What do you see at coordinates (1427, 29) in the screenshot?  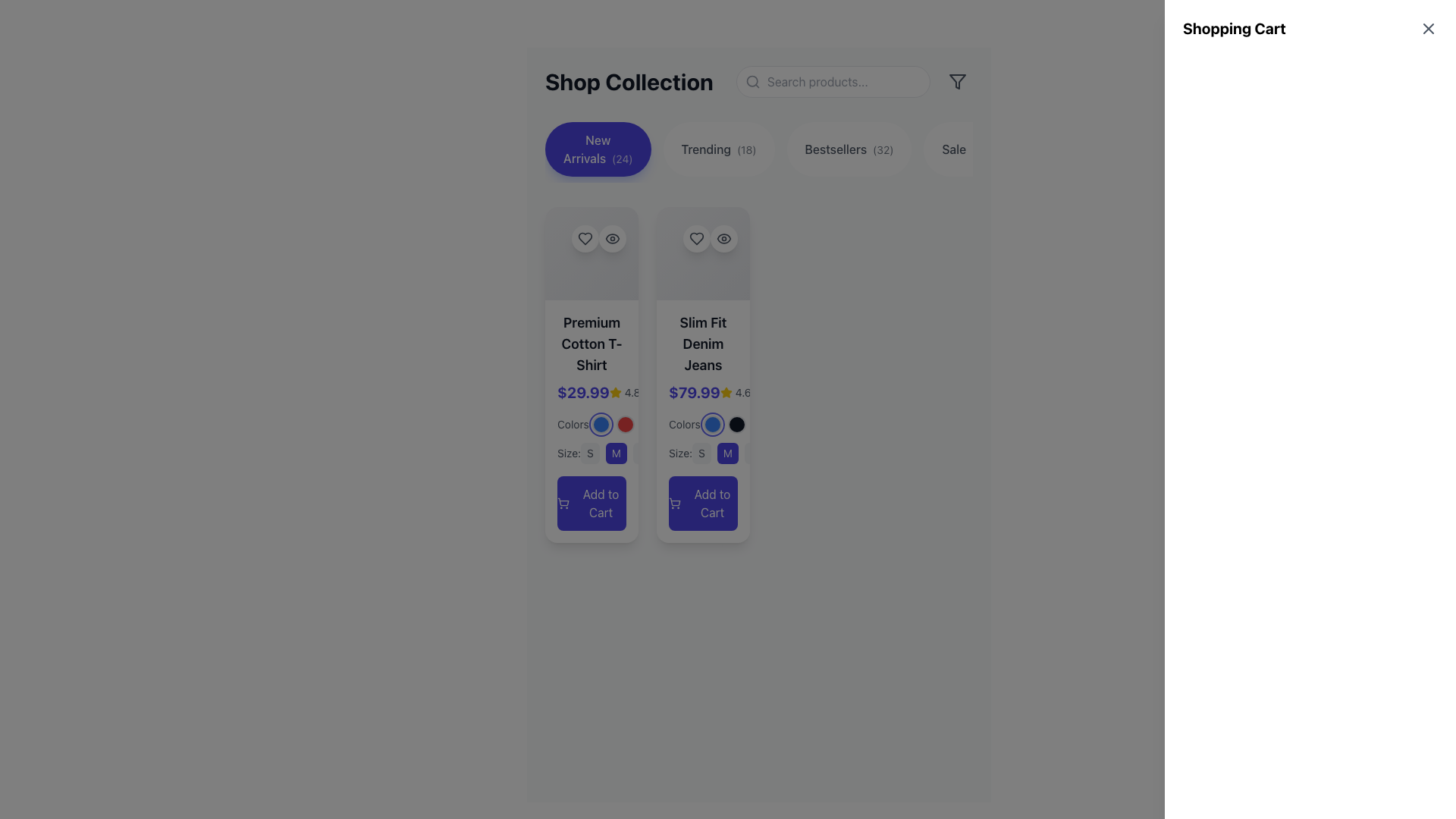 I see `the small 'X' icon button in the top-right corner of the interface` at bounding box center [1427, 29].